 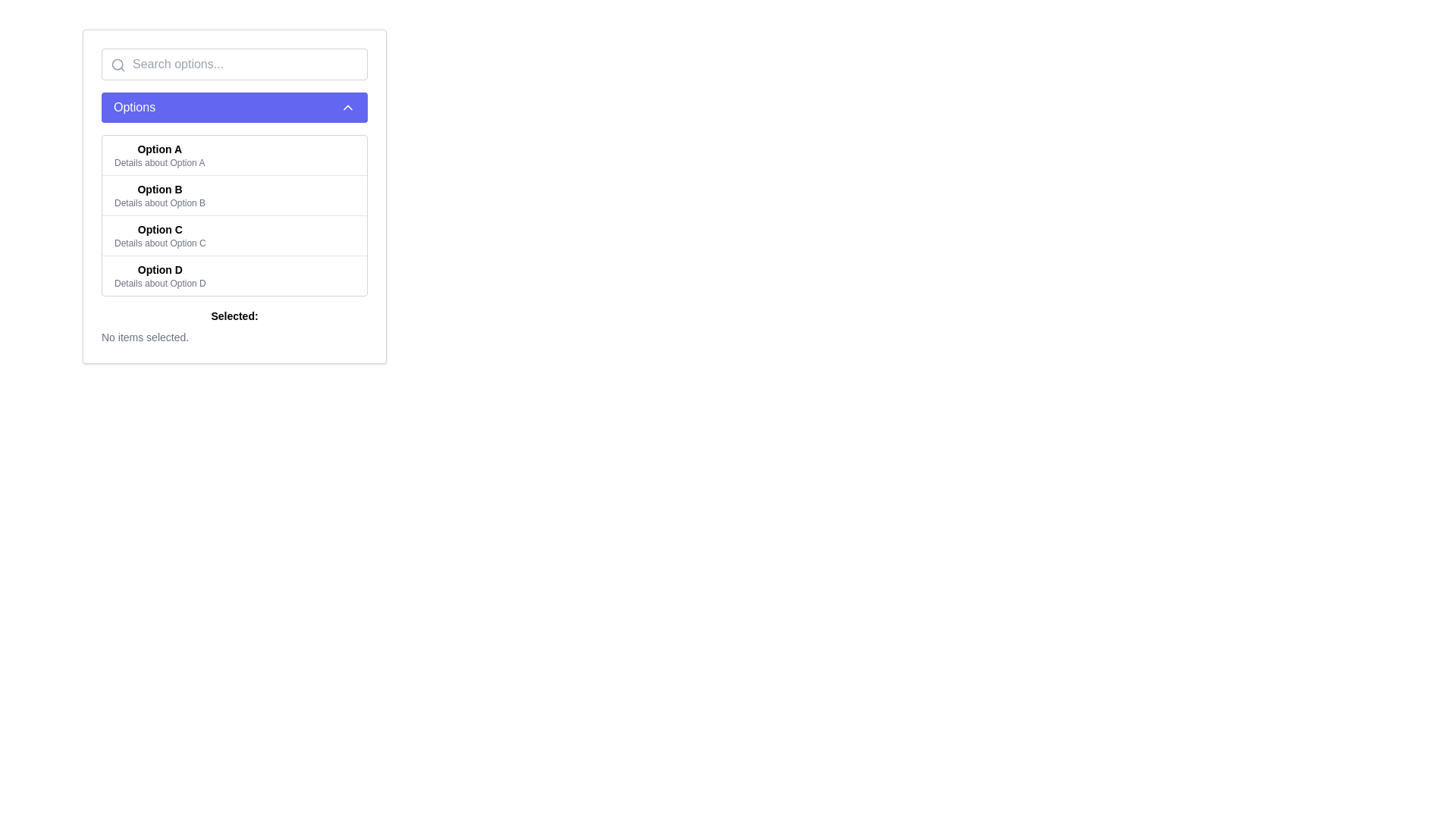 I want to click on the interactive list item labeled 'Option C' within the dropdown menu, so click(x=234, y=235).